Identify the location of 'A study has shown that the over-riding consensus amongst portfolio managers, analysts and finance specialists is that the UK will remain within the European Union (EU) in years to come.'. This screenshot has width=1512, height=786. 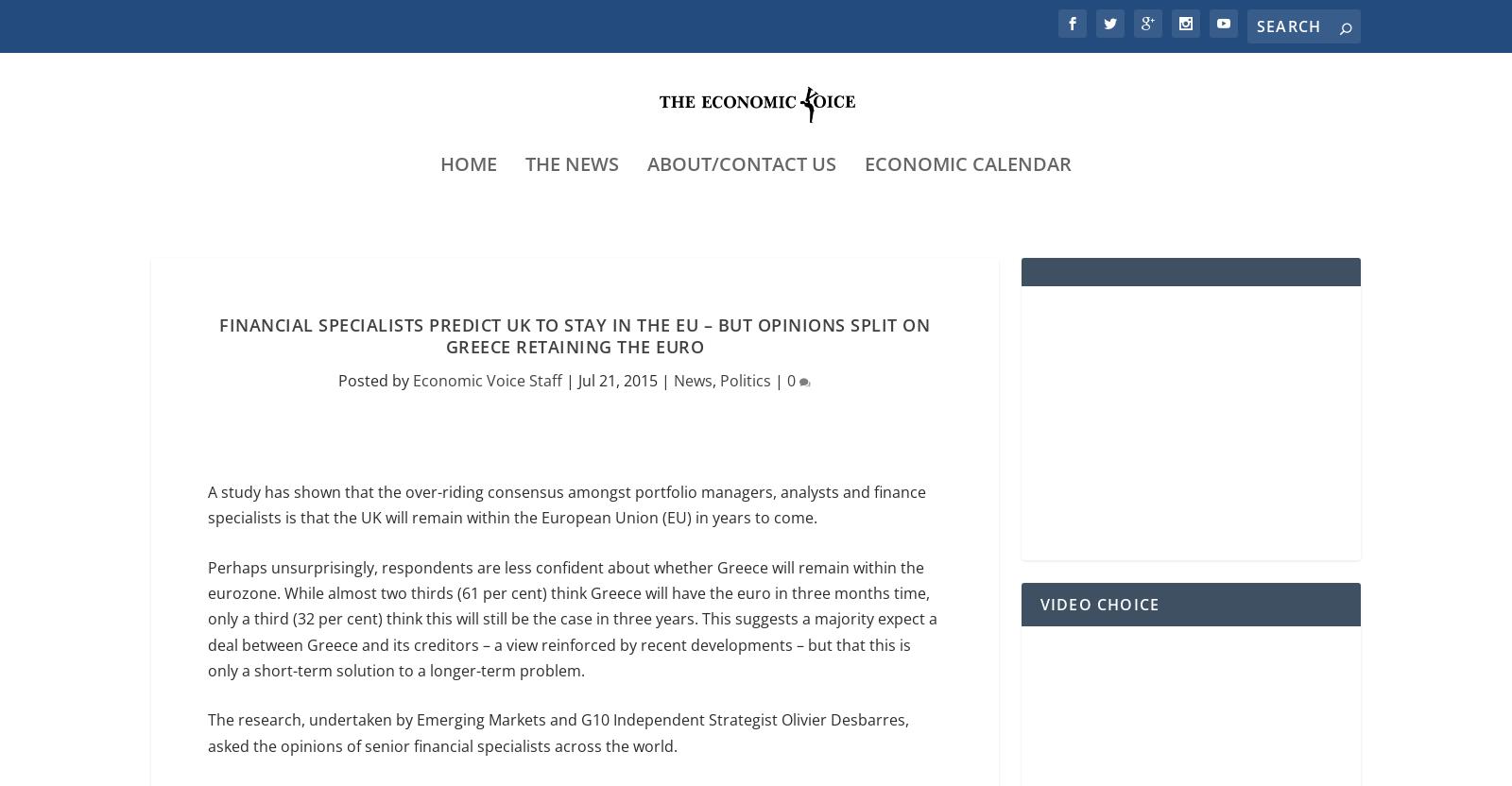
(208, 506).